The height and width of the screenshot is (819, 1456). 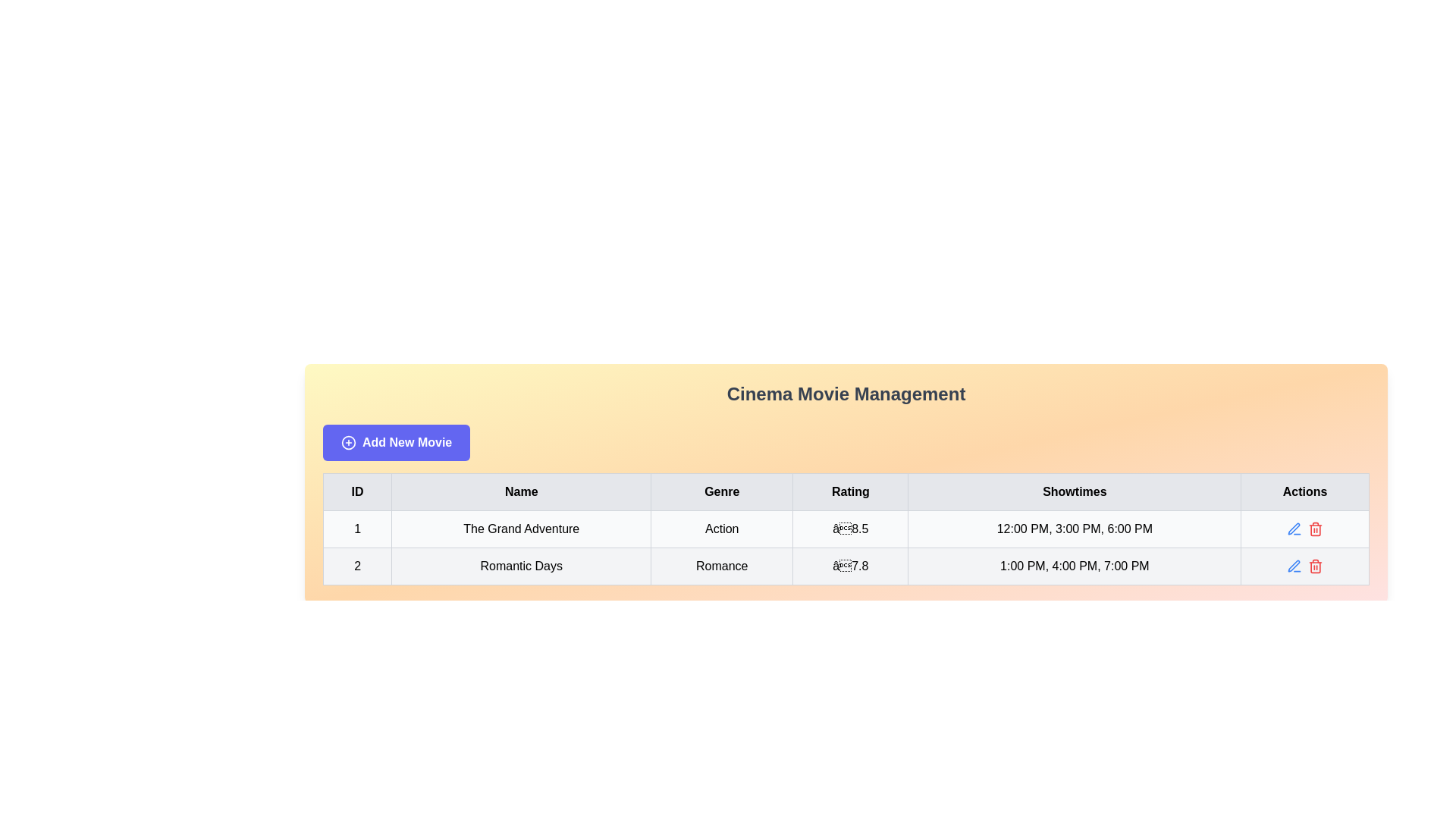 I want to click on the table header cell labeled 'Genre', so click(x=721, y=491).